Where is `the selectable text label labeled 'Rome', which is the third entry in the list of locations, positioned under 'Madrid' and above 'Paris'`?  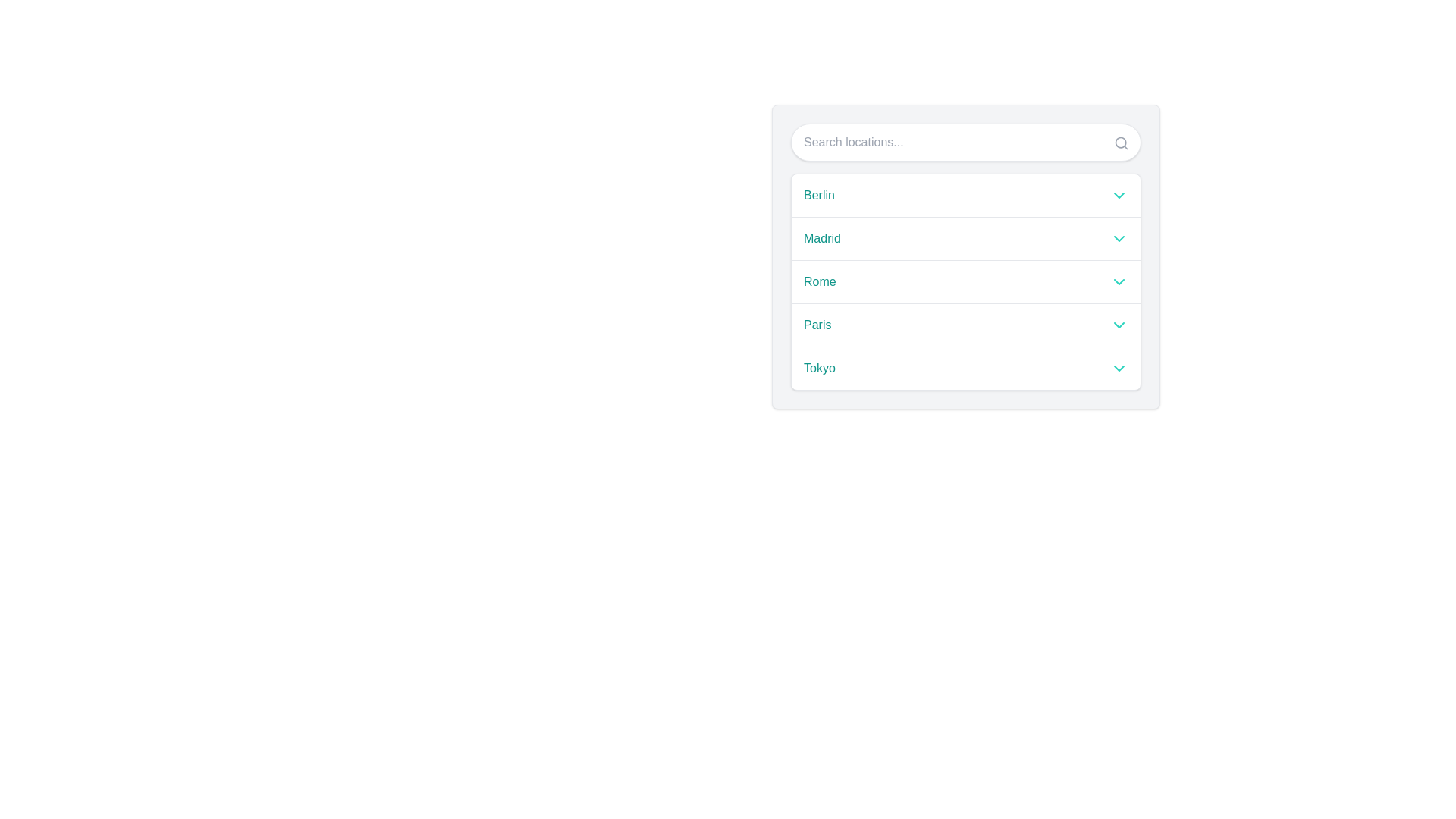 the selectable text label labeled 'Rome', which is the third entry in the list of locations, positioned under 'Madrid' and above 'Paris' is located at coordinates (819, 281).